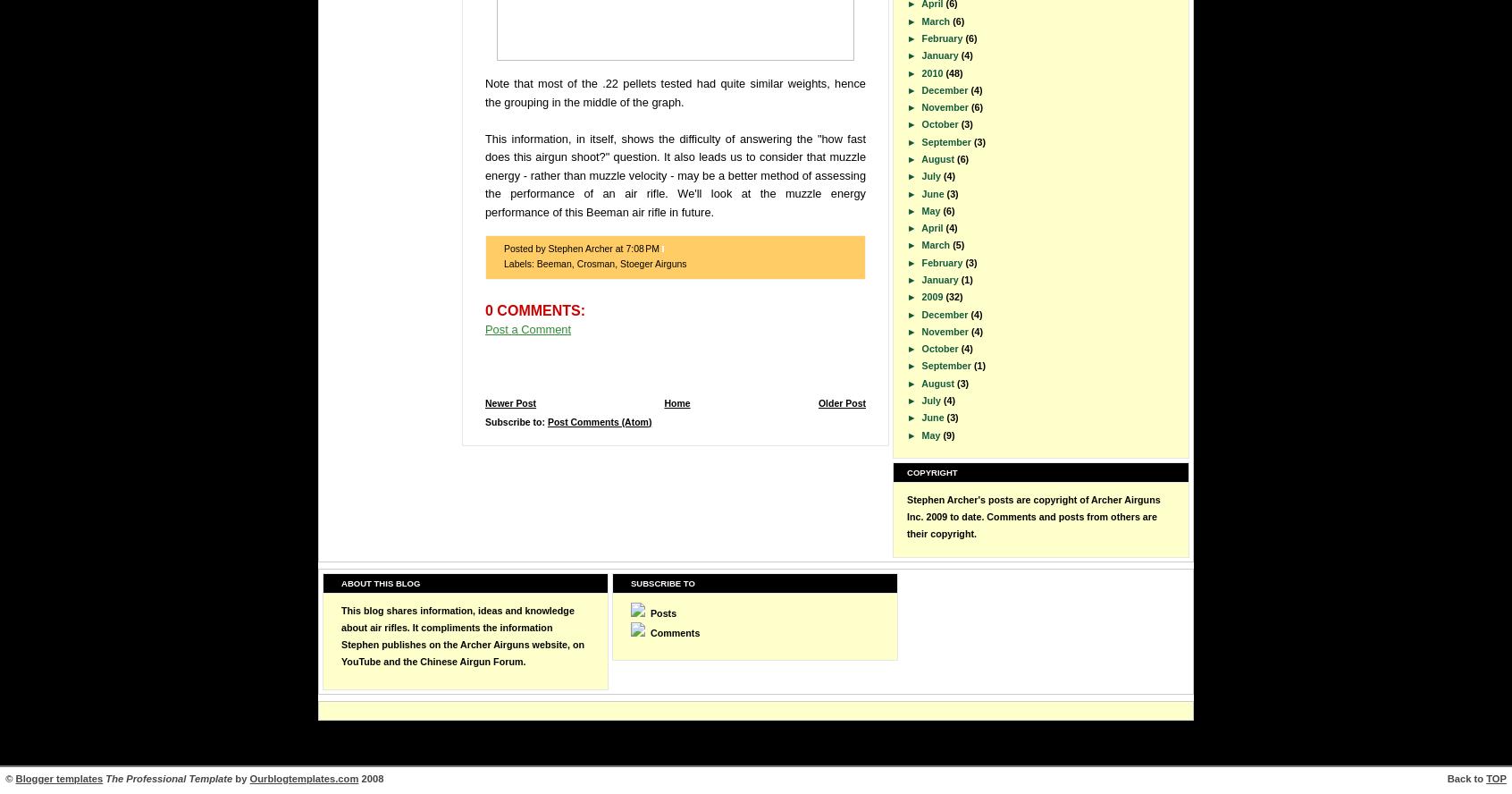 Image resolution: width=1512 pixels, height=794 pixels. I want to click on 'Newer Post', so click(509, 402).